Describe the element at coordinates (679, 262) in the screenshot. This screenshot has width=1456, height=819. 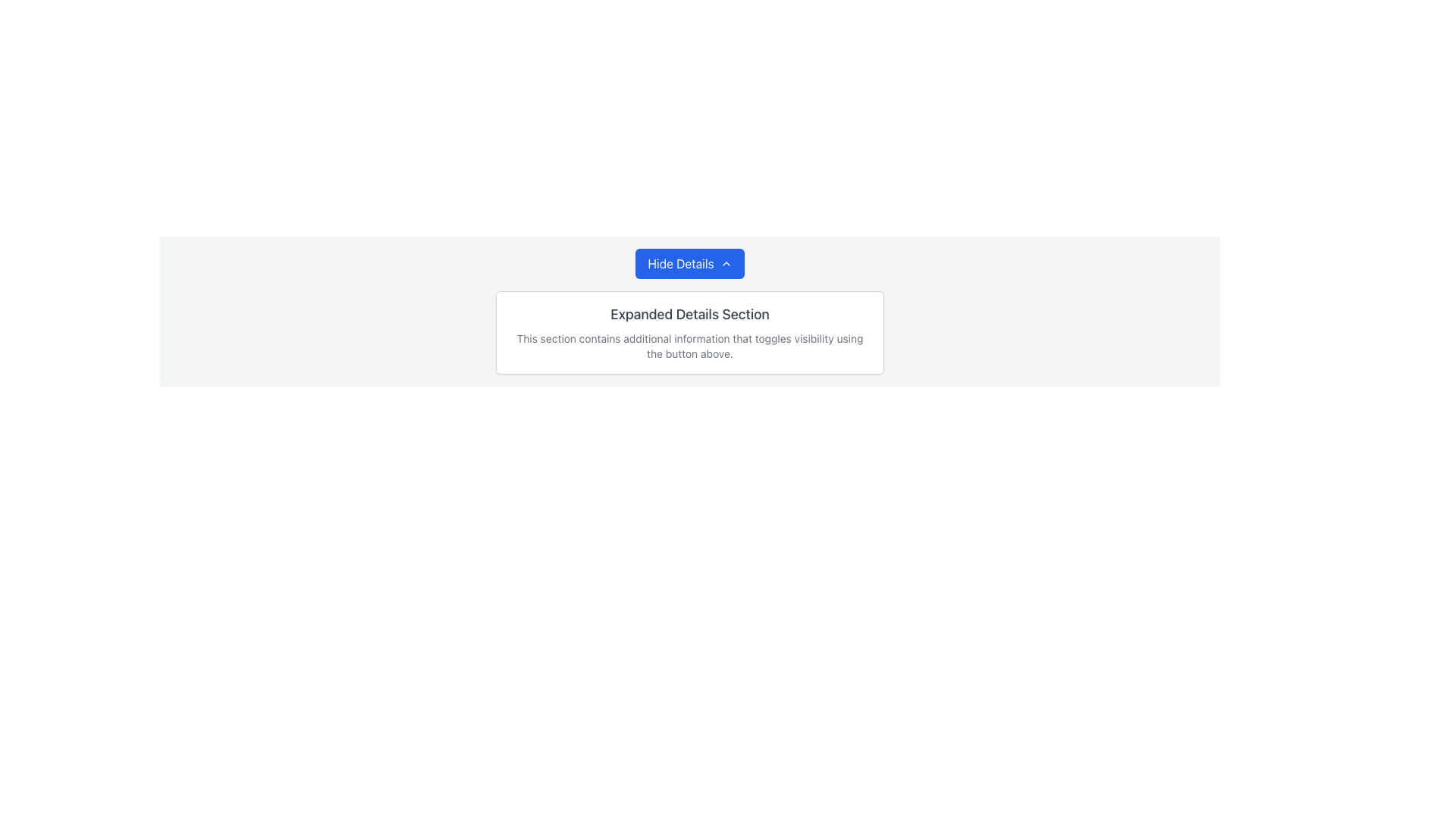
I see `the 'Hide Details' button, which is a static text element in white font on a blue background, centrally located above the 'Expanded Details Section'` at that location.